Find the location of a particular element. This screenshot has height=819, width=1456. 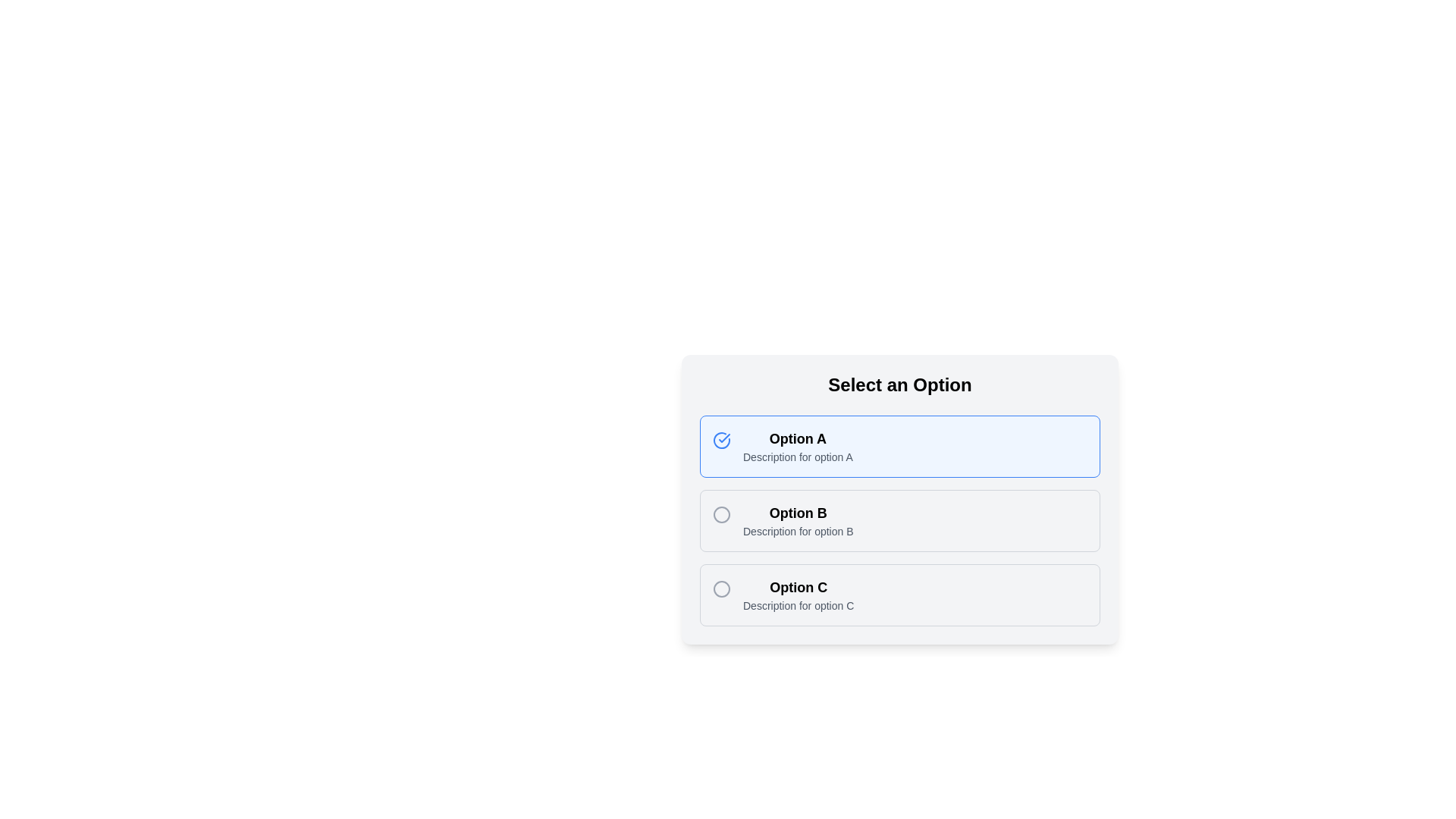

the bold text label that says 'Select an Option', which is located at the top of the card area is located at coordinates (899, 384).